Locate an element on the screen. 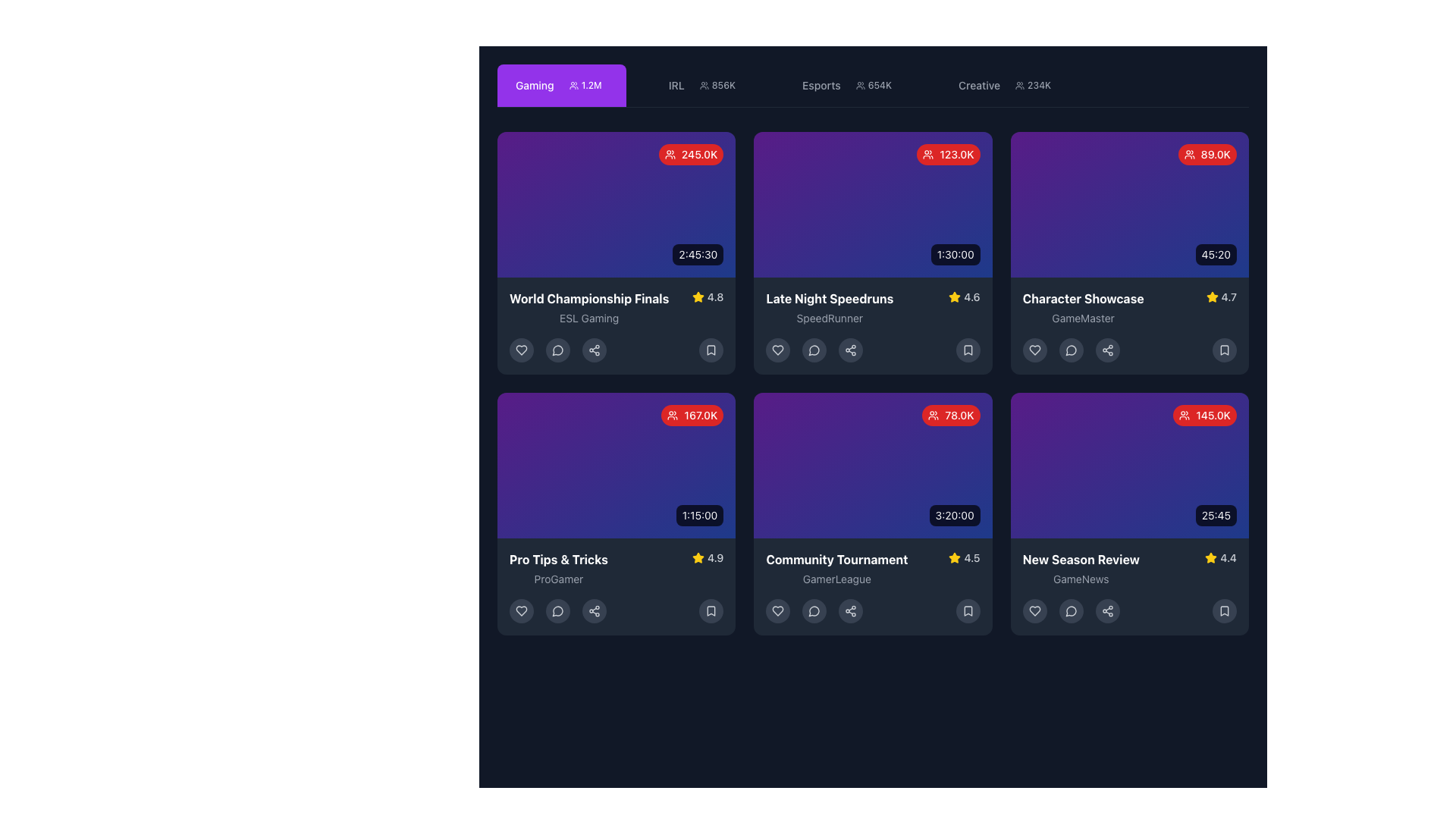 Image resolution: width=1456 pixels, height=819 pixels. the bookmark icon located at the bottom-right corner of the 'Late Night Speedruns' card to trigger a tooltip if applicable is located at coordinates (967, 350).